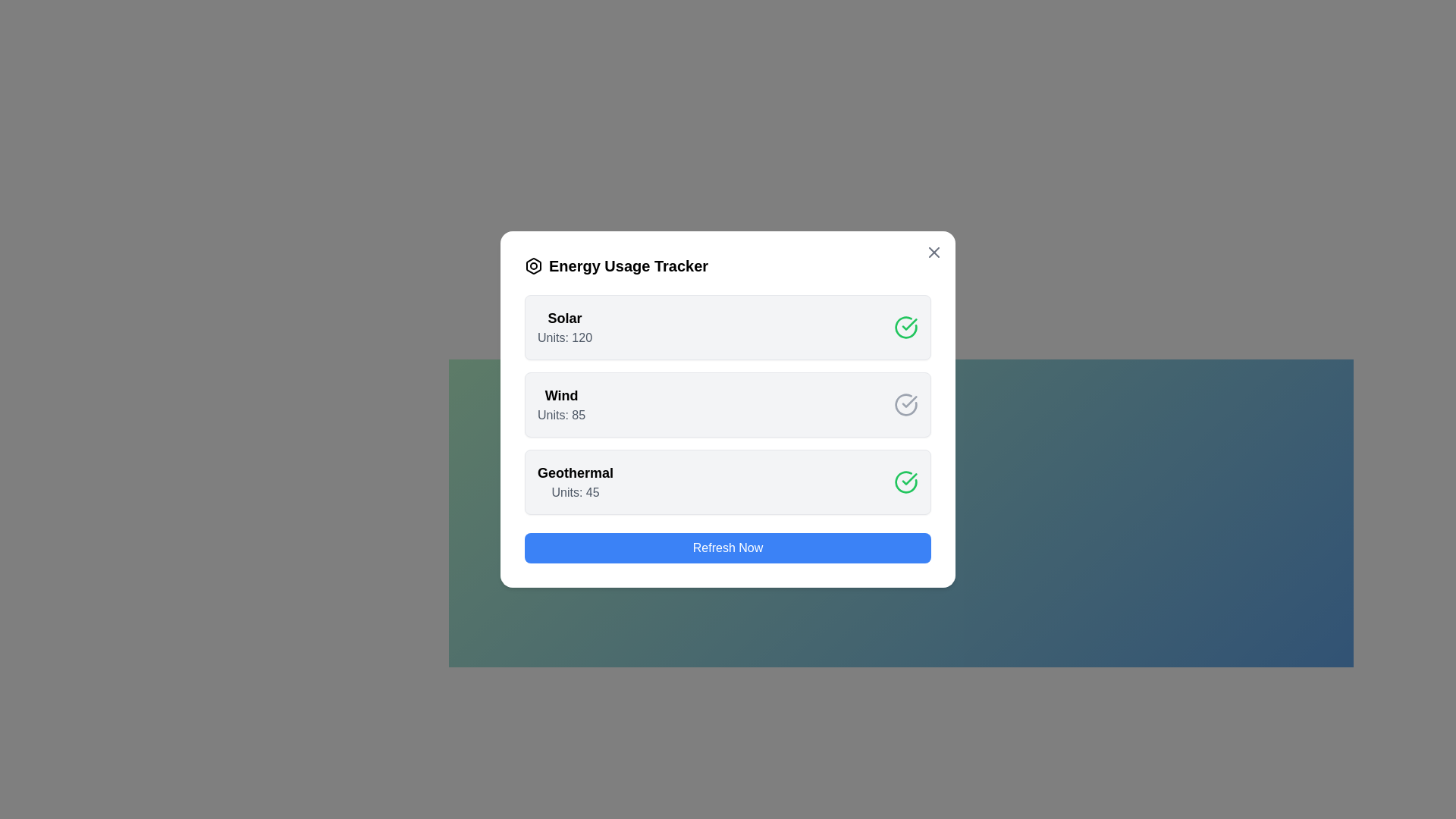 The image size is (1456, 819). Describe the element at coordinates (934, 251) in the screenshot. I see `the Close button located at the top-right of the 'Energy Usage Tracker' card` at that location.